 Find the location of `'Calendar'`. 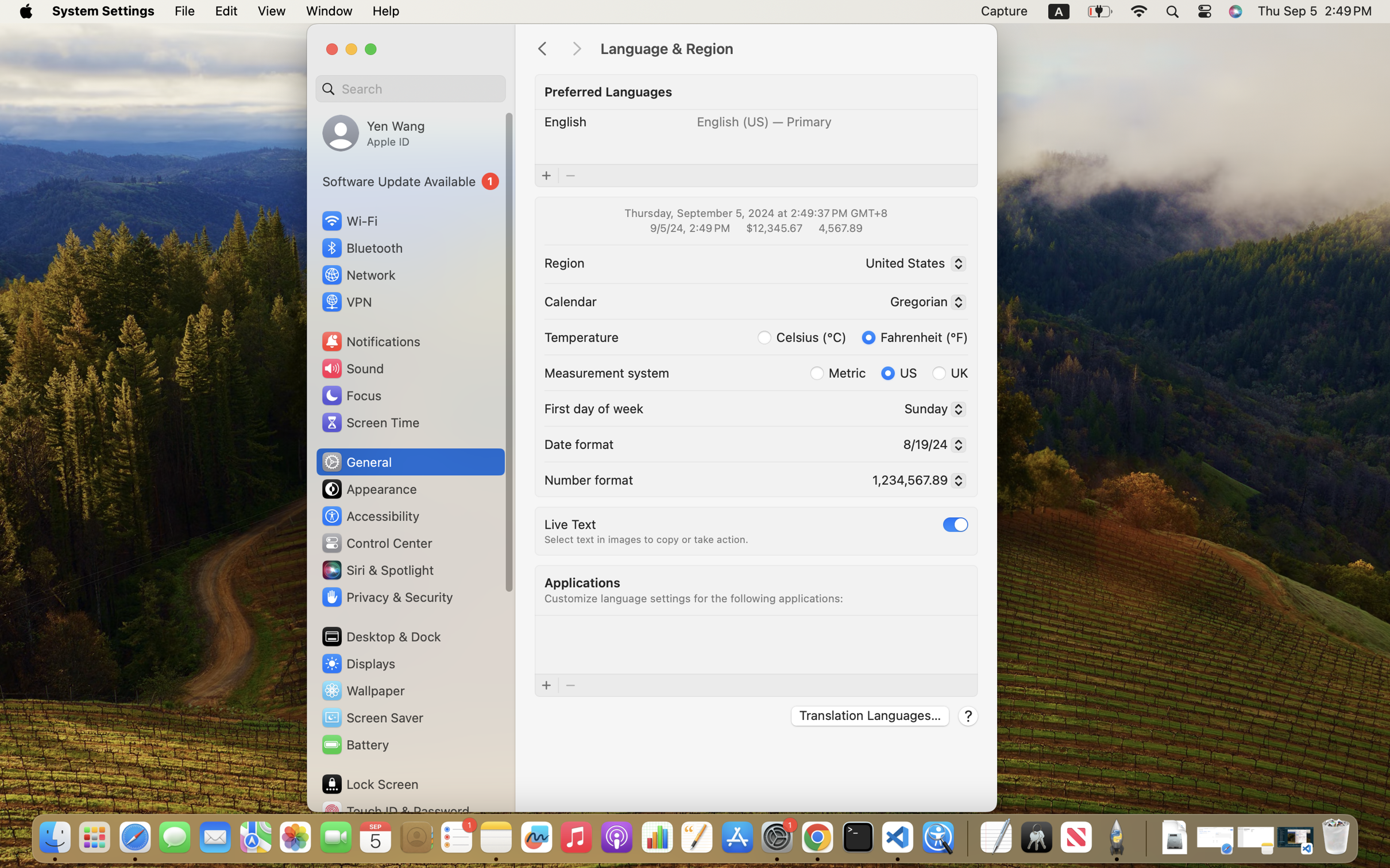

'Calendar' is located at coordinates (570, 300).